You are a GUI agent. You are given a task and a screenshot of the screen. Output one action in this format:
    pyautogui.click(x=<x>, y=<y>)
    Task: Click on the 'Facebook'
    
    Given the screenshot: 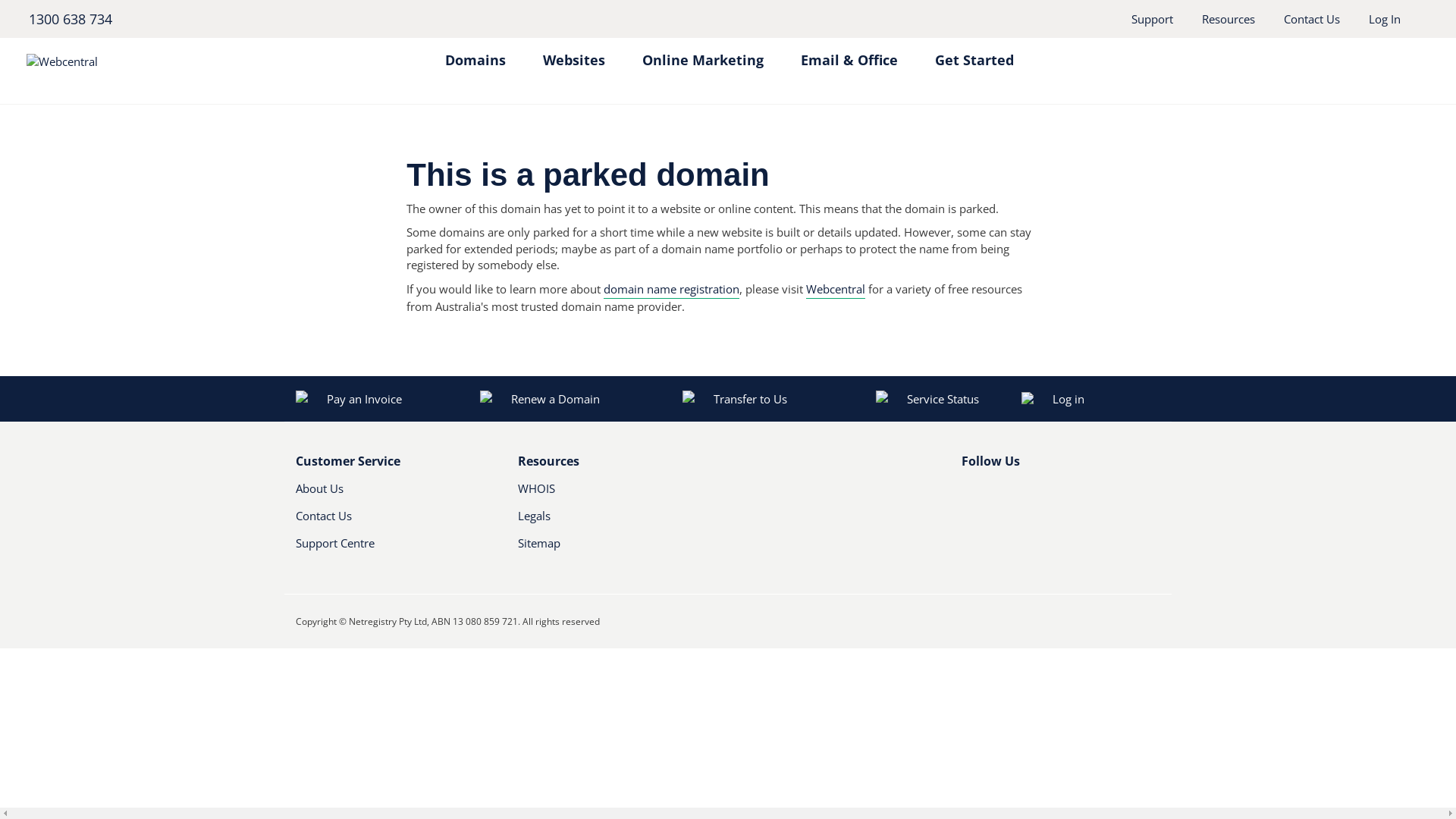 What is the action you would take?
    pyautogui.click(x=960, y=494)
    